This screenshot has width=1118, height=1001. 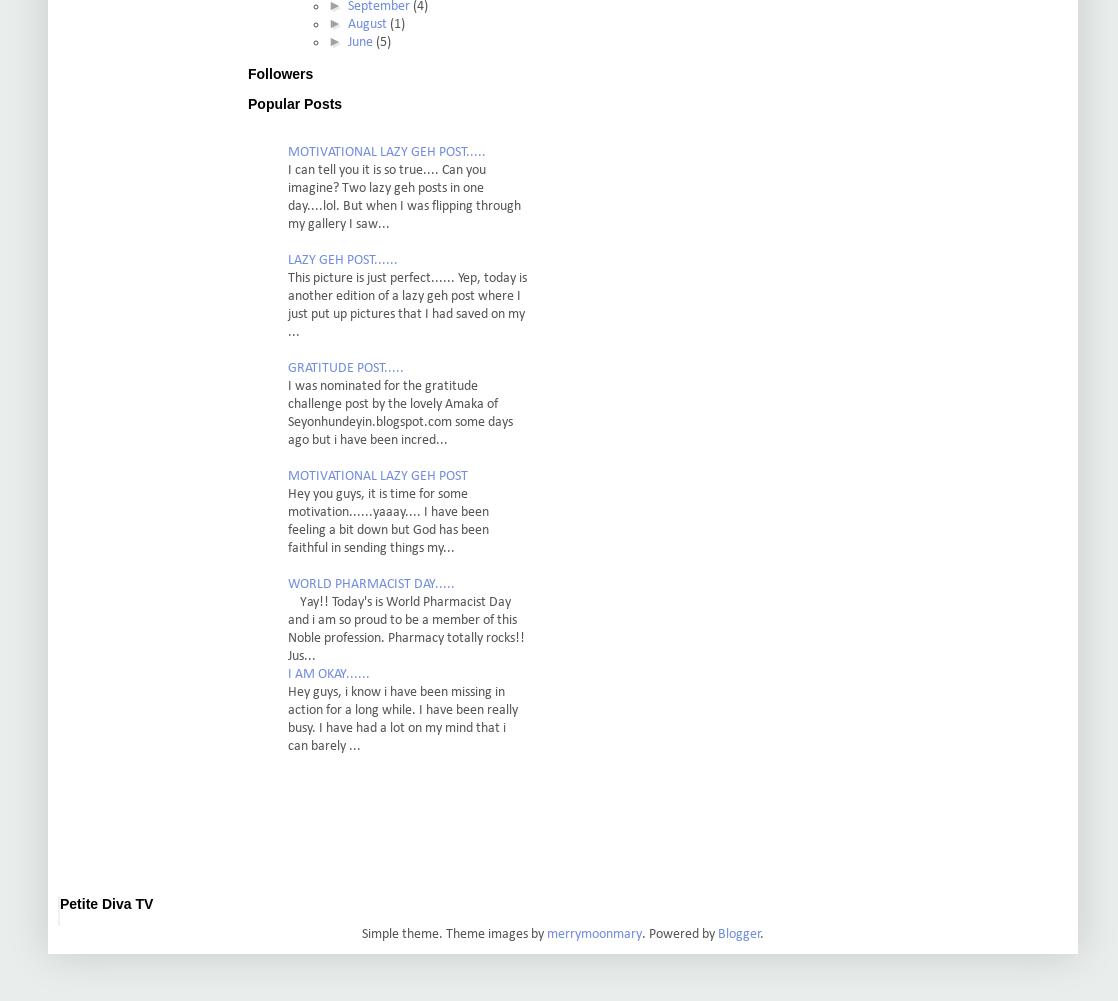 I want to click on 'GRATITUDE POST.....', so click(x=286, y=367).